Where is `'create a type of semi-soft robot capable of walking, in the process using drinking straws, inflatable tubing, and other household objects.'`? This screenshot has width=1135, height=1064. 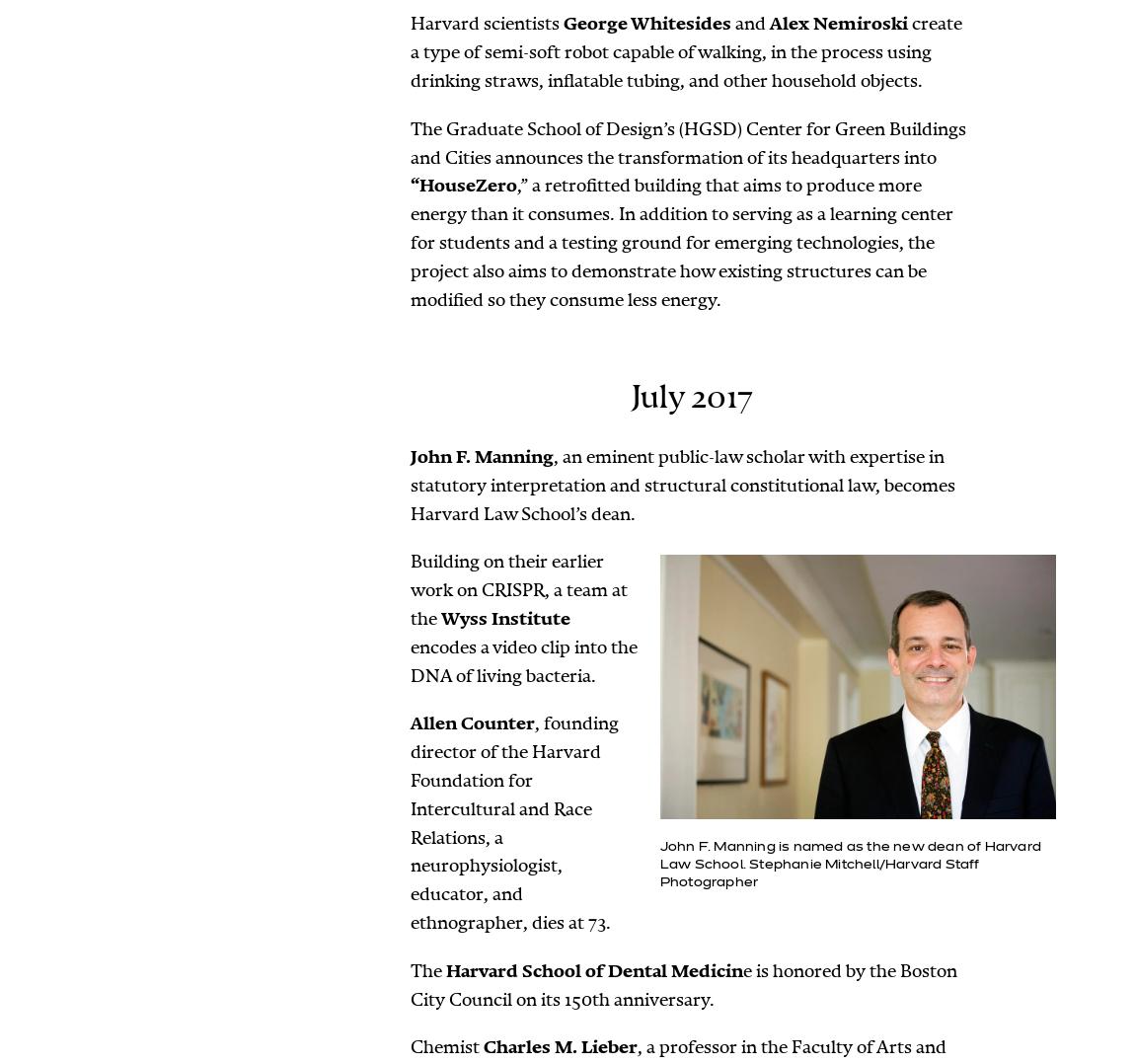 'create a type of semi-soft robot capable of walking, in the process using drinking straws, inflatable tubing, and other household objects.' is located at coordinates (685, 52).